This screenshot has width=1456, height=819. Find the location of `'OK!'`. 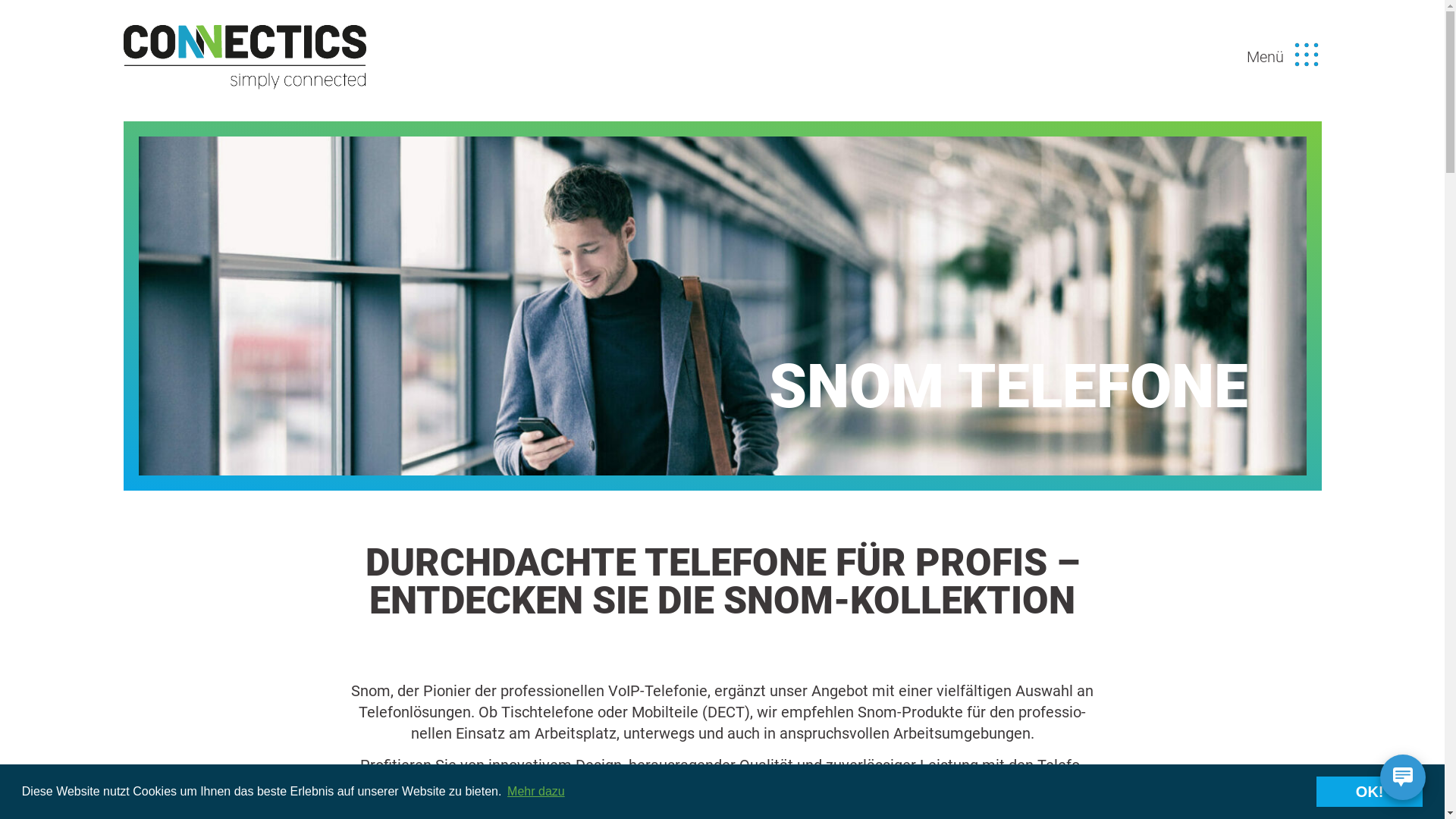

'OK!' is located at coordinates (1369, 791).